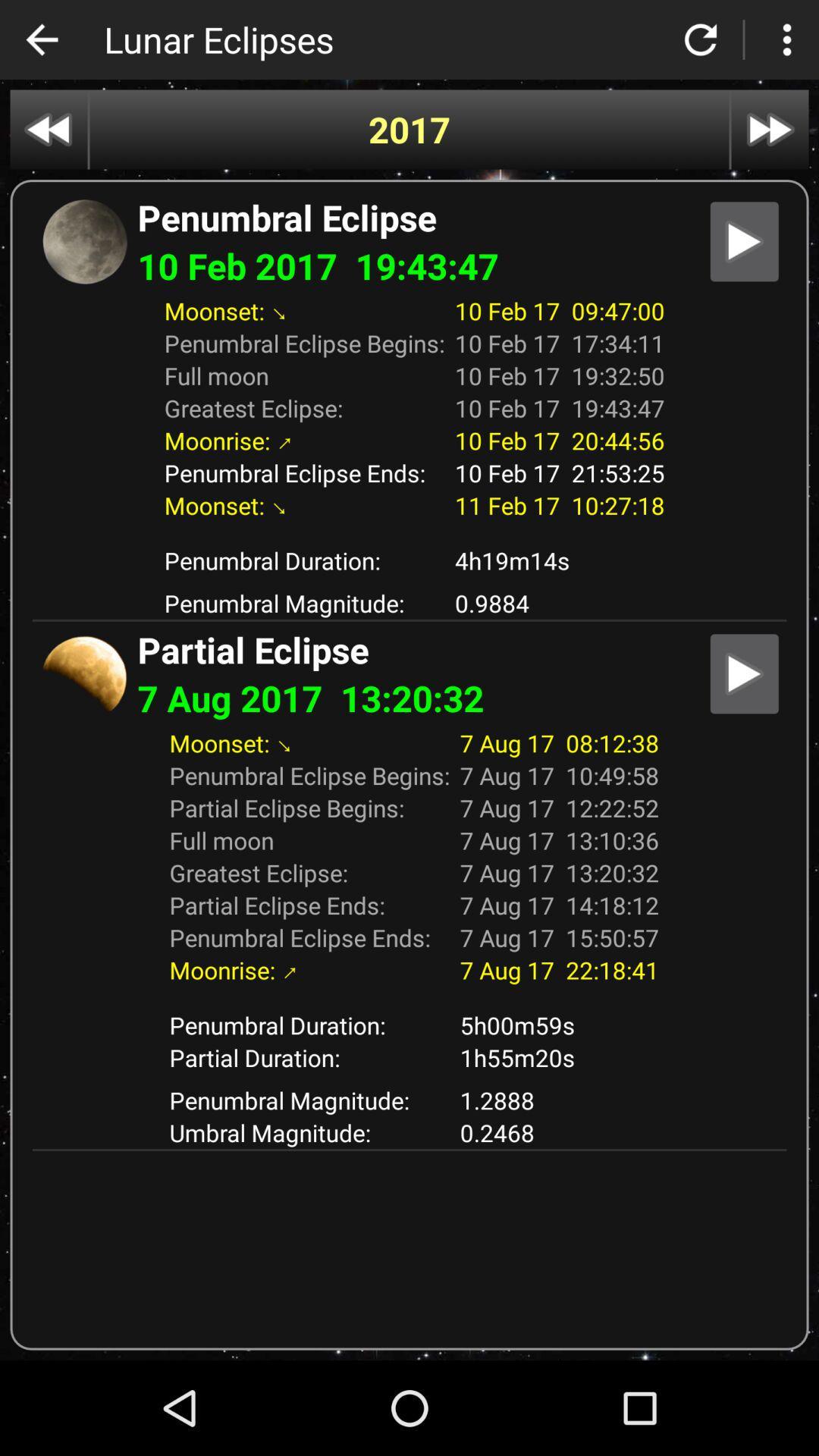 This screenshot has width=819, height=1456. What do you see at coordinates (559, 1100) in the screenshot?
I see `the 1.2888 item` at bounding box center [559, 1100].